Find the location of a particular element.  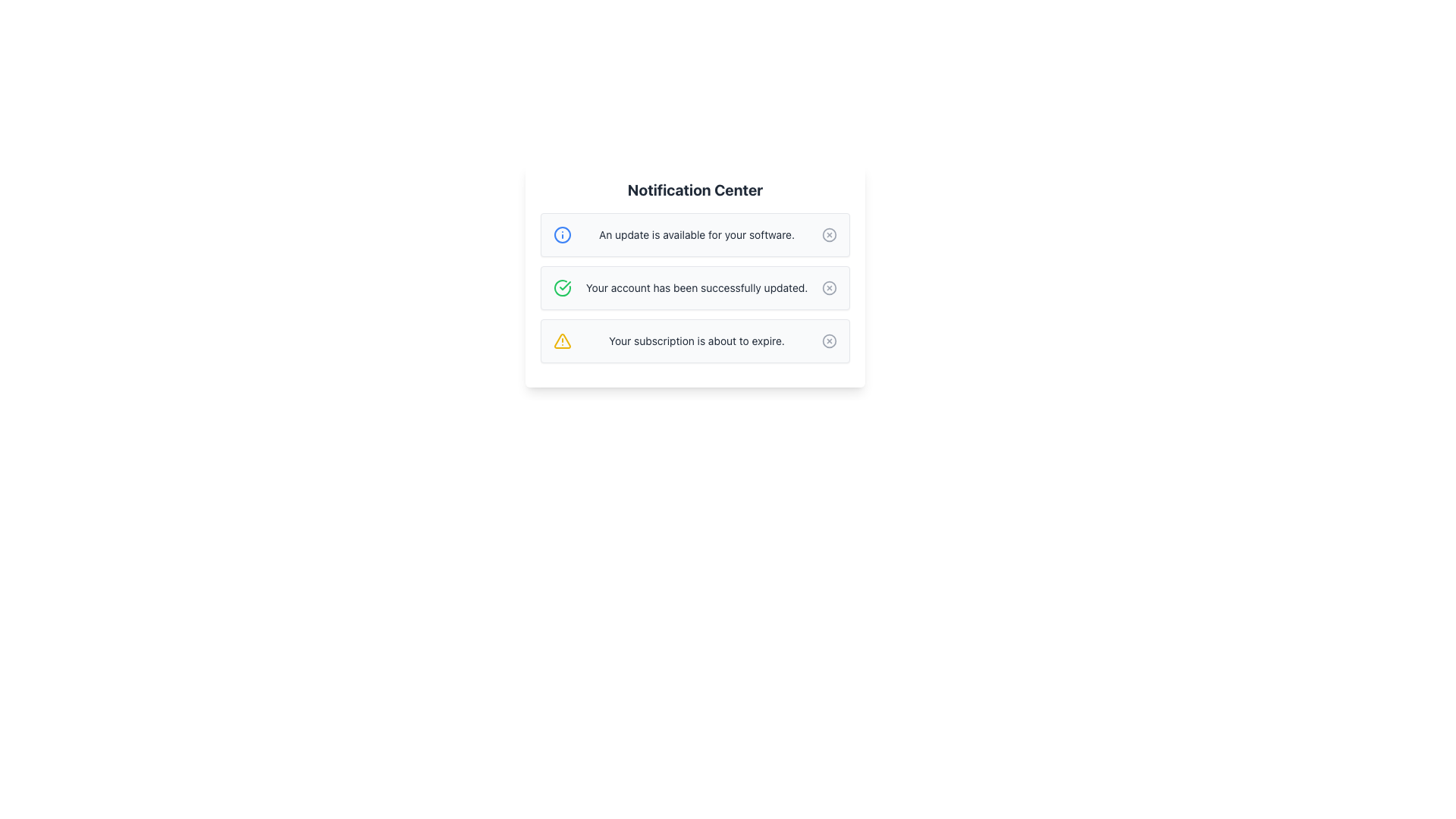

the outermost circular edge of the icon located at the end of the first row of the notification list, which is aligned with the text stating 'An update is available for your software.' is located at coordinates (829, 234).